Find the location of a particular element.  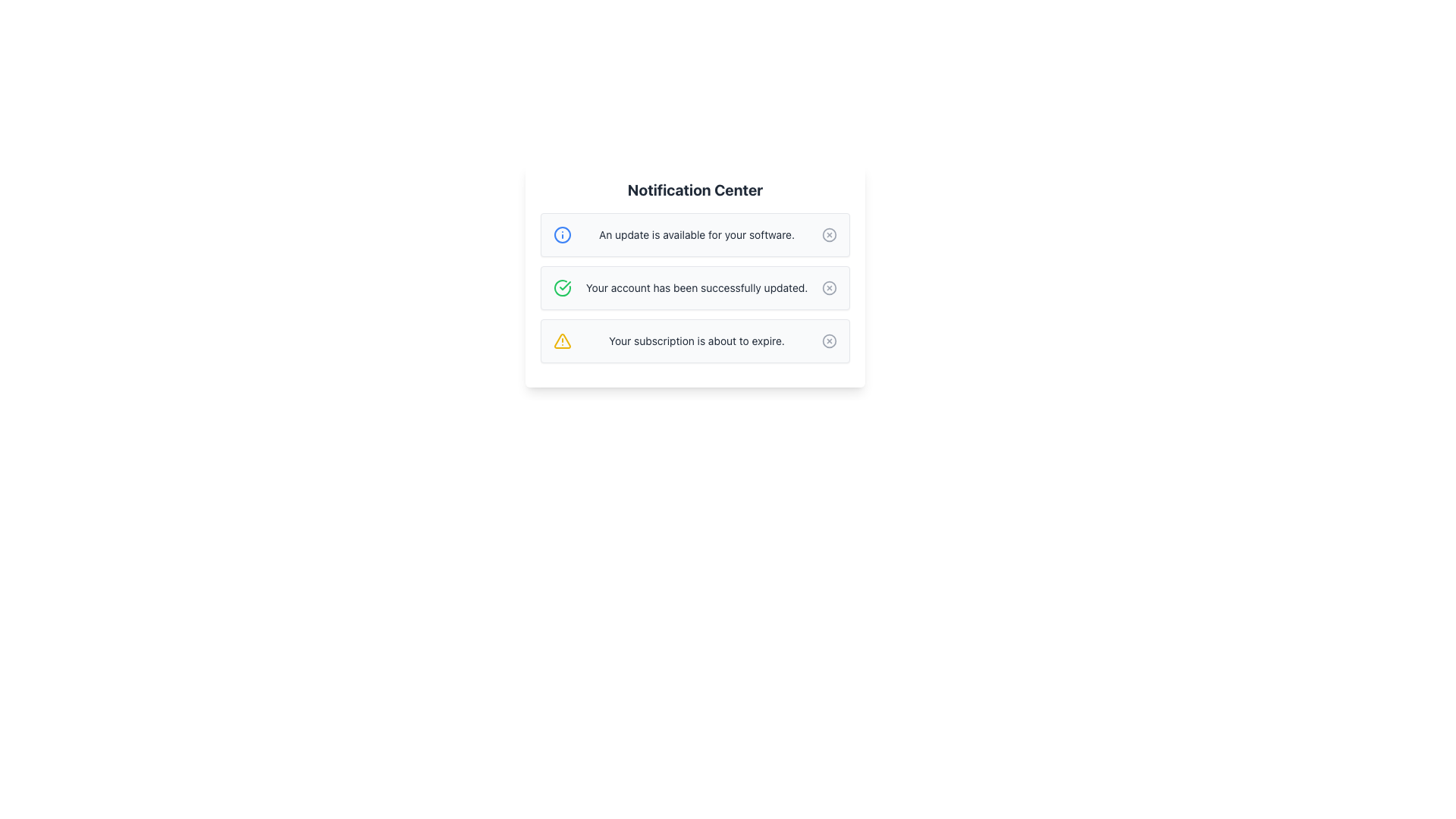

the outermost circular edge of the icon located at the end of the first row of the notification list, which is aligned with the text stating 'An update is available for your software.' is located at coordinates (829, 234).